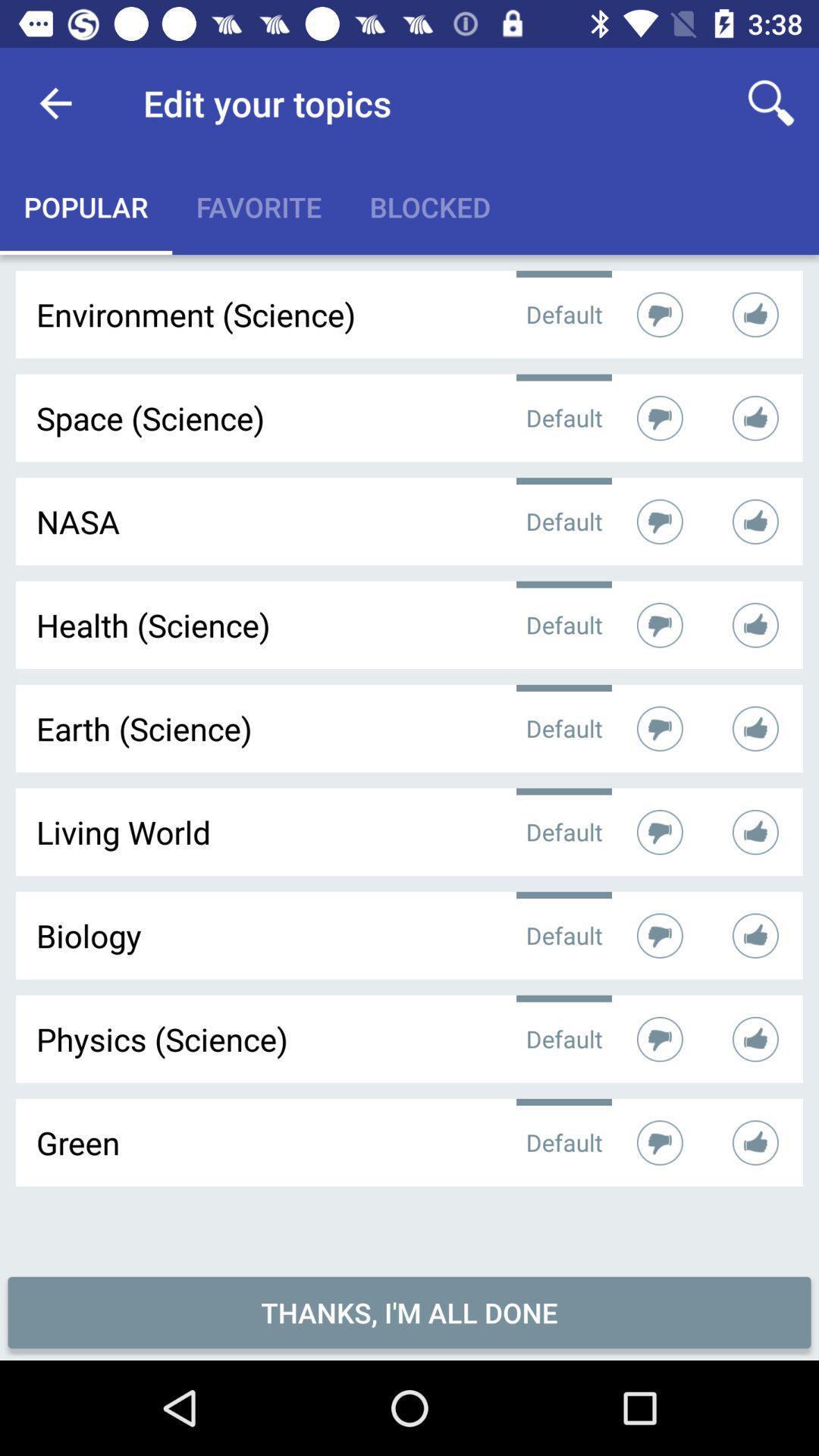  What do you see at coordinates (564, 625) in the screenshot?
I see `the default option which is to the right side of health science option` at bounding box center [564, 625].